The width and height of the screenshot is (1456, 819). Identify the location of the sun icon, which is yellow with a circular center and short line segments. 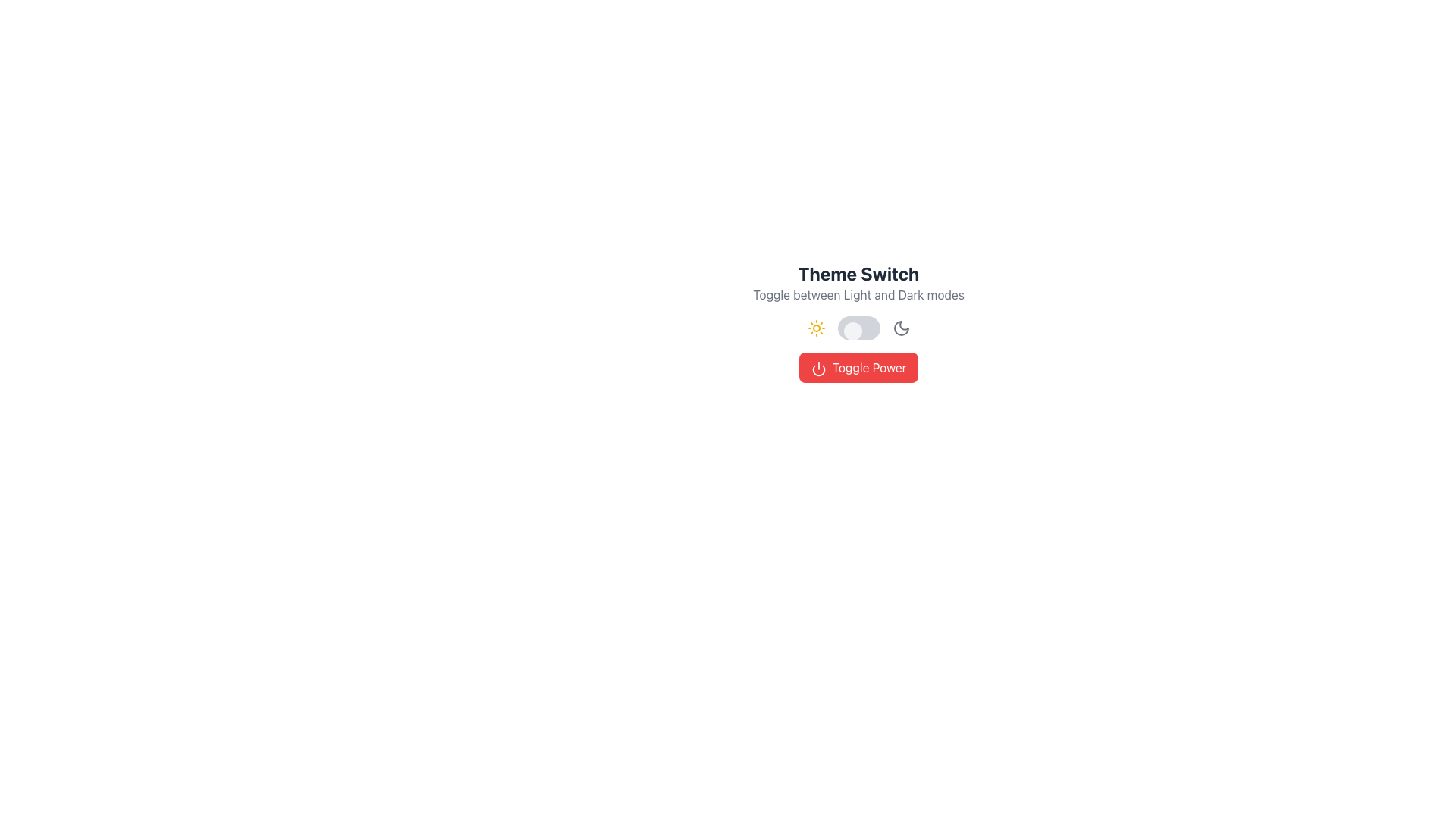
(815, 327).